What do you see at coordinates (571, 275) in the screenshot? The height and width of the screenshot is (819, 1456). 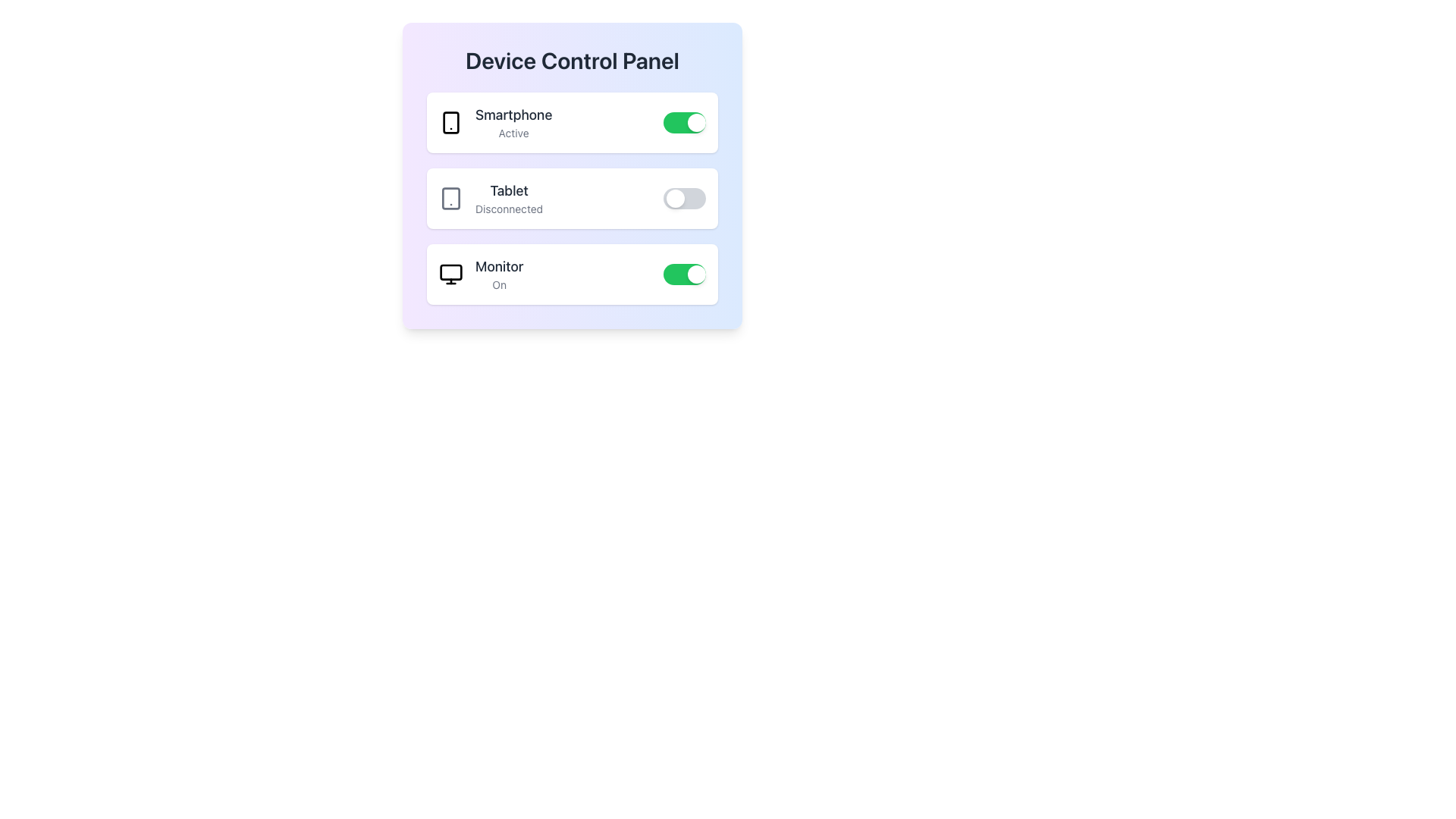 I see `the green toggle switch in the 'Device Control Panel' section to change its state from 'On' to 'Off'` at bounding box center [571, 275].